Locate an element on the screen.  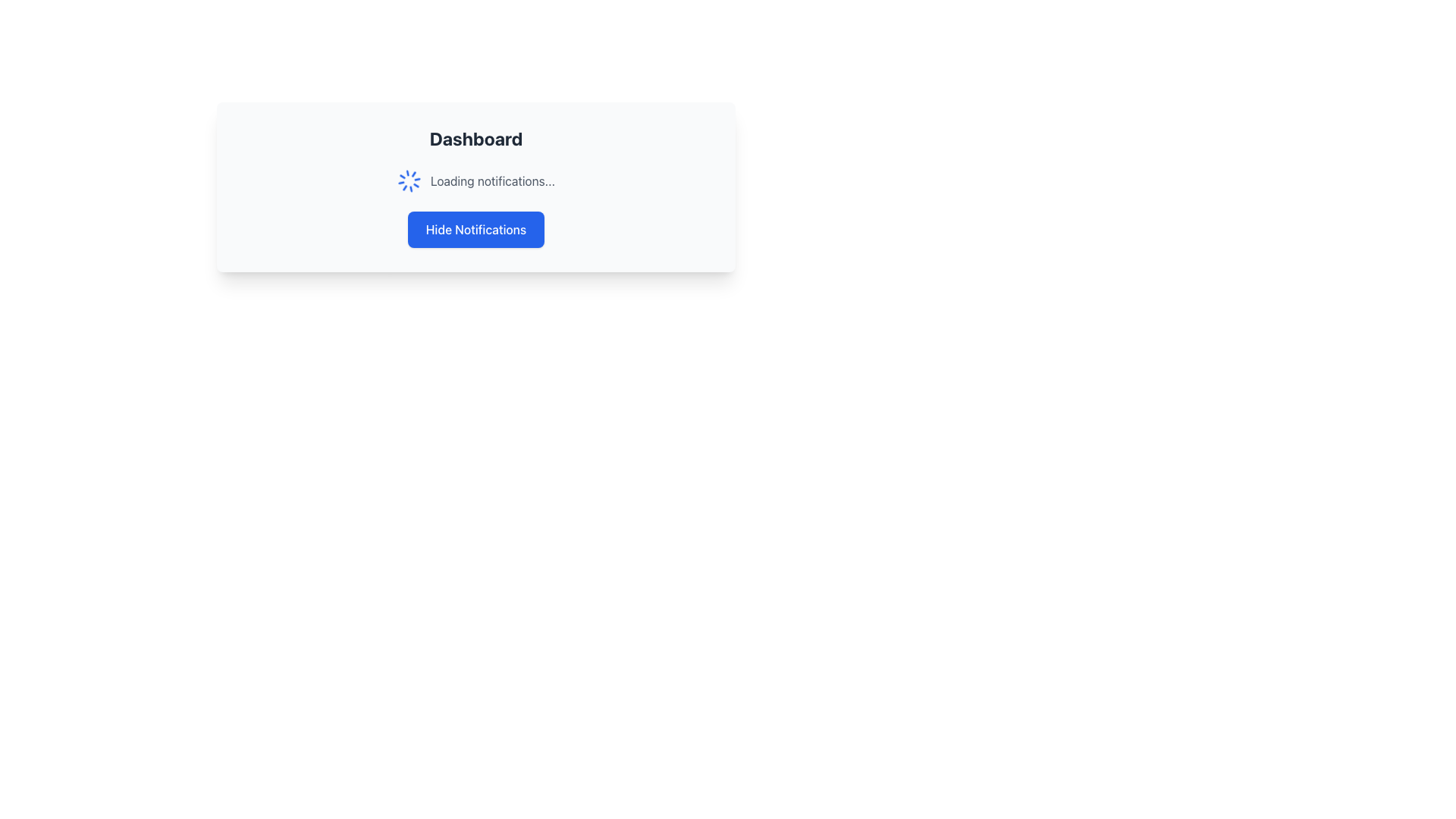
prominently styled text component featuring the word 'Dashboard' in bold, large font, located at the center of the card-like panel is located at coordinates (475, 138).